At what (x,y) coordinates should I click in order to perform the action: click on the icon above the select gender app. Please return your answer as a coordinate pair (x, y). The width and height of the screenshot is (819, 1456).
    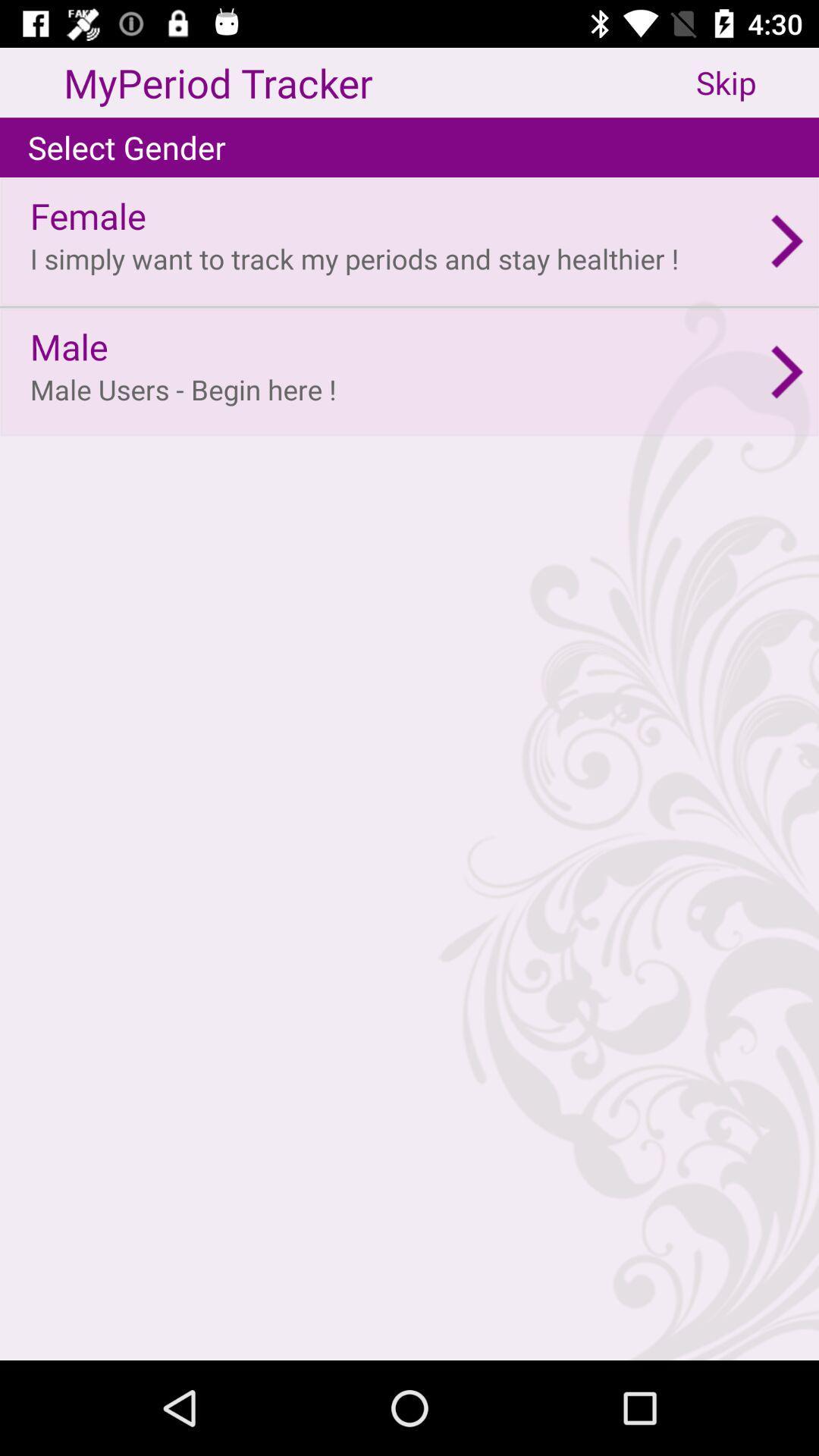
    Looking at the image, I should click on (758, 82).